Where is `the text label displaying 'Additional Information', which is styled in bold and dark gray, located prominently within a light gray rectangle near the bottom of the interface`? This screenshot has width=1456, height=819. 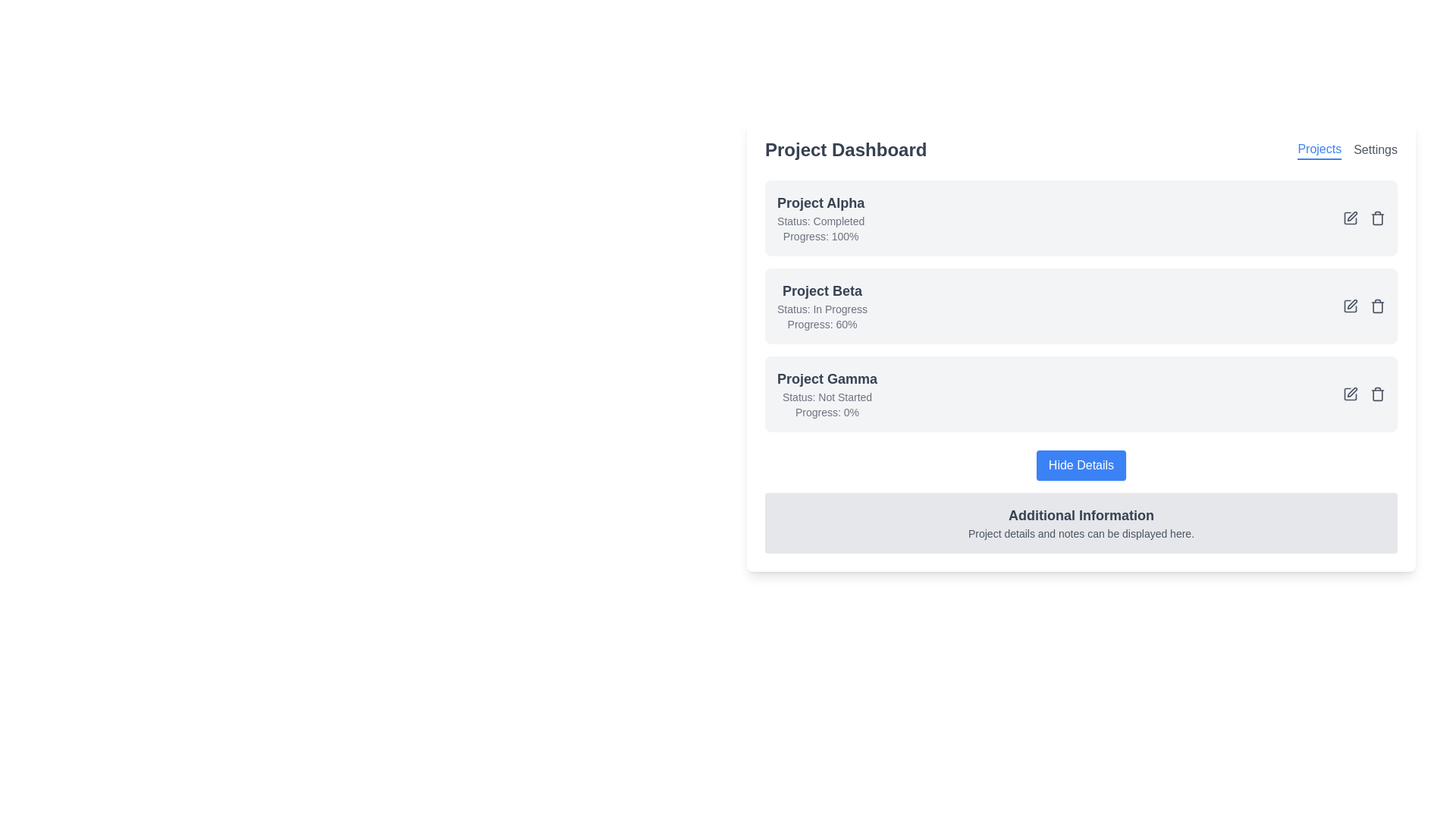 the text label displaying 'Additional Information', which is styled in bold and dark gray, located prominently within a light gray rectangle near the bottom of the interface is located at coordinates (1080, 514).